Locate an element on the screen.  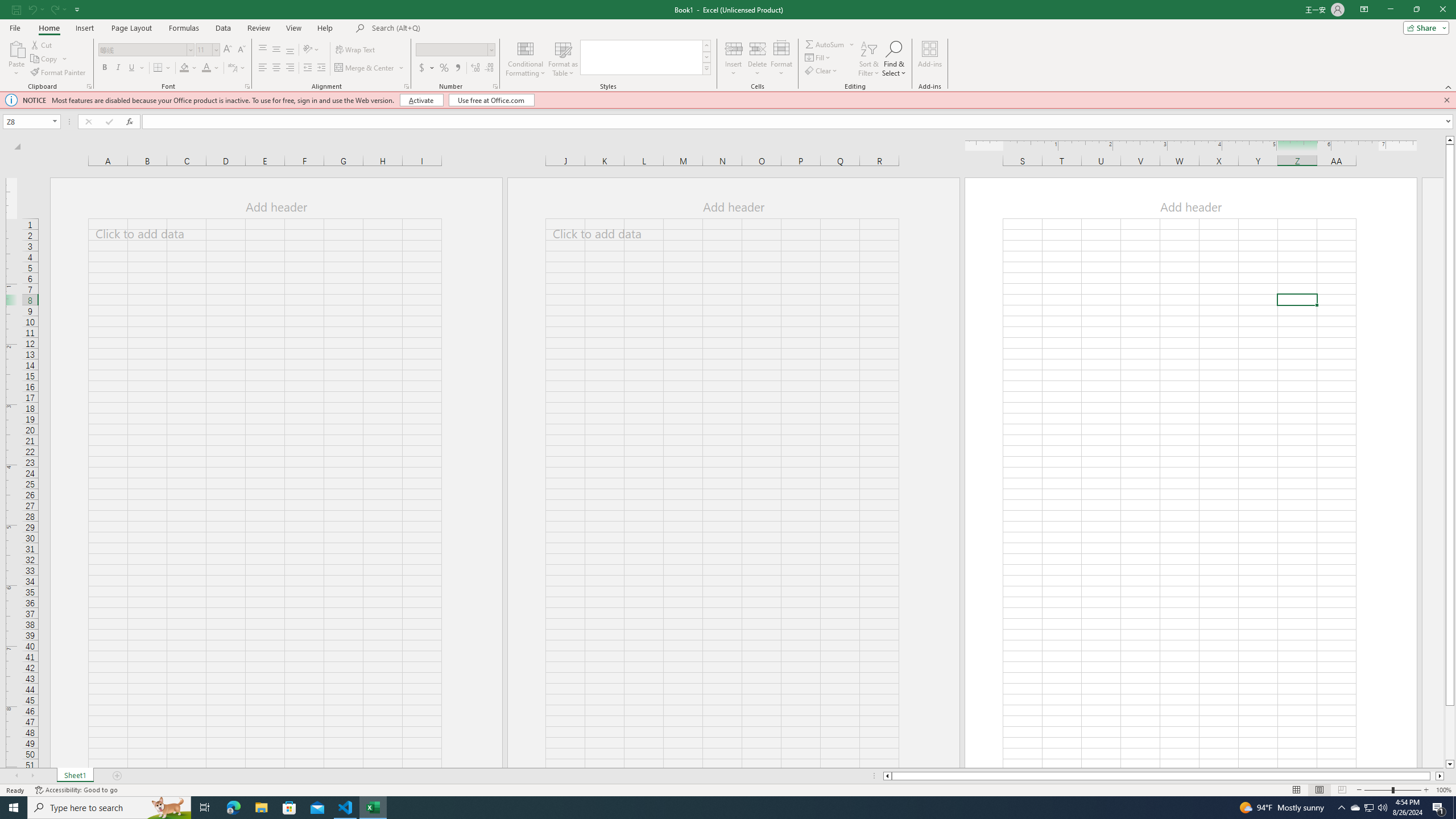
'AutomationID: CellStylesGallery' is located at coordinates (645, 57).